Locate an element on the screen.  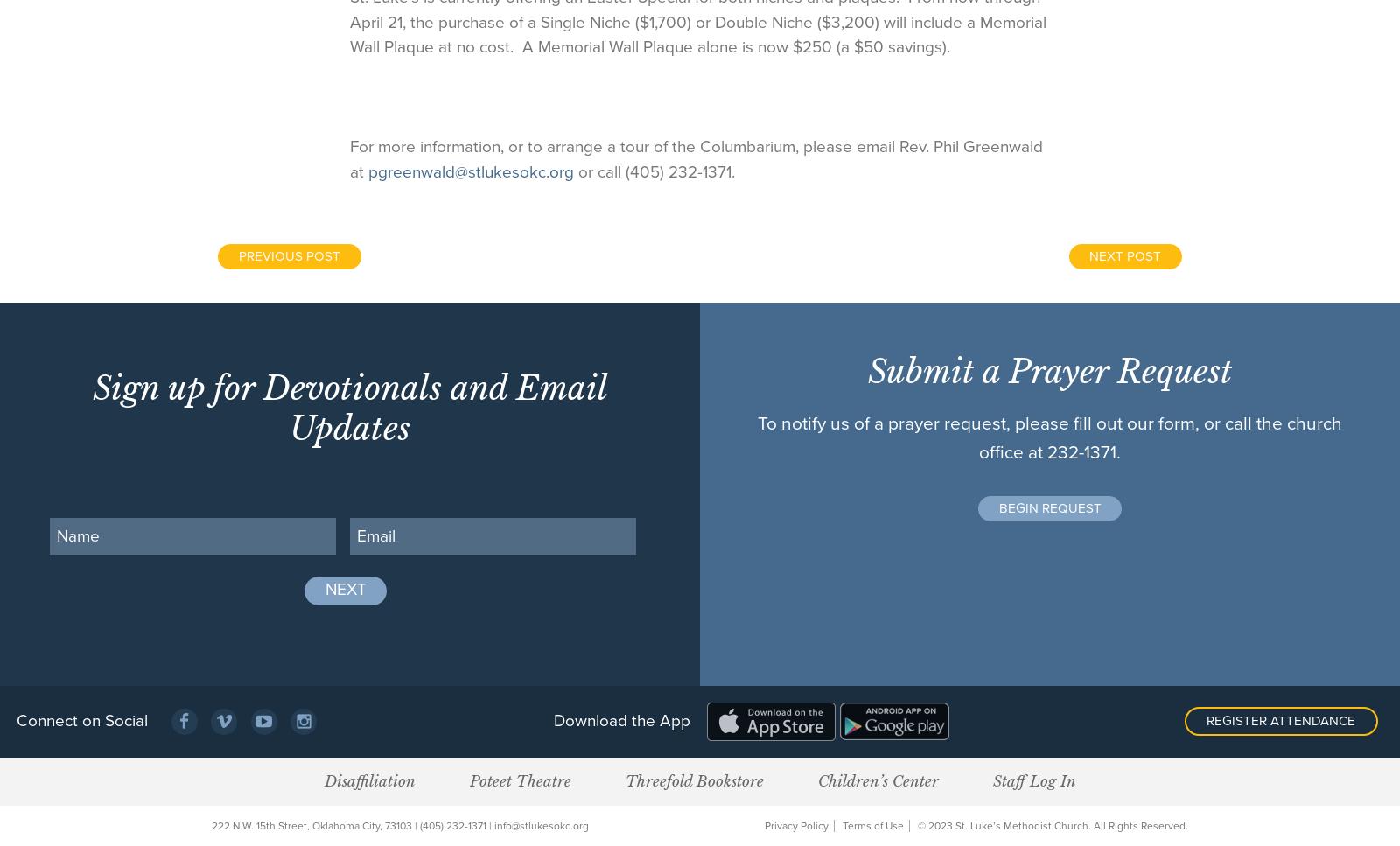
'Submit a Prayer Request' is located at coordinates (1049, 370).